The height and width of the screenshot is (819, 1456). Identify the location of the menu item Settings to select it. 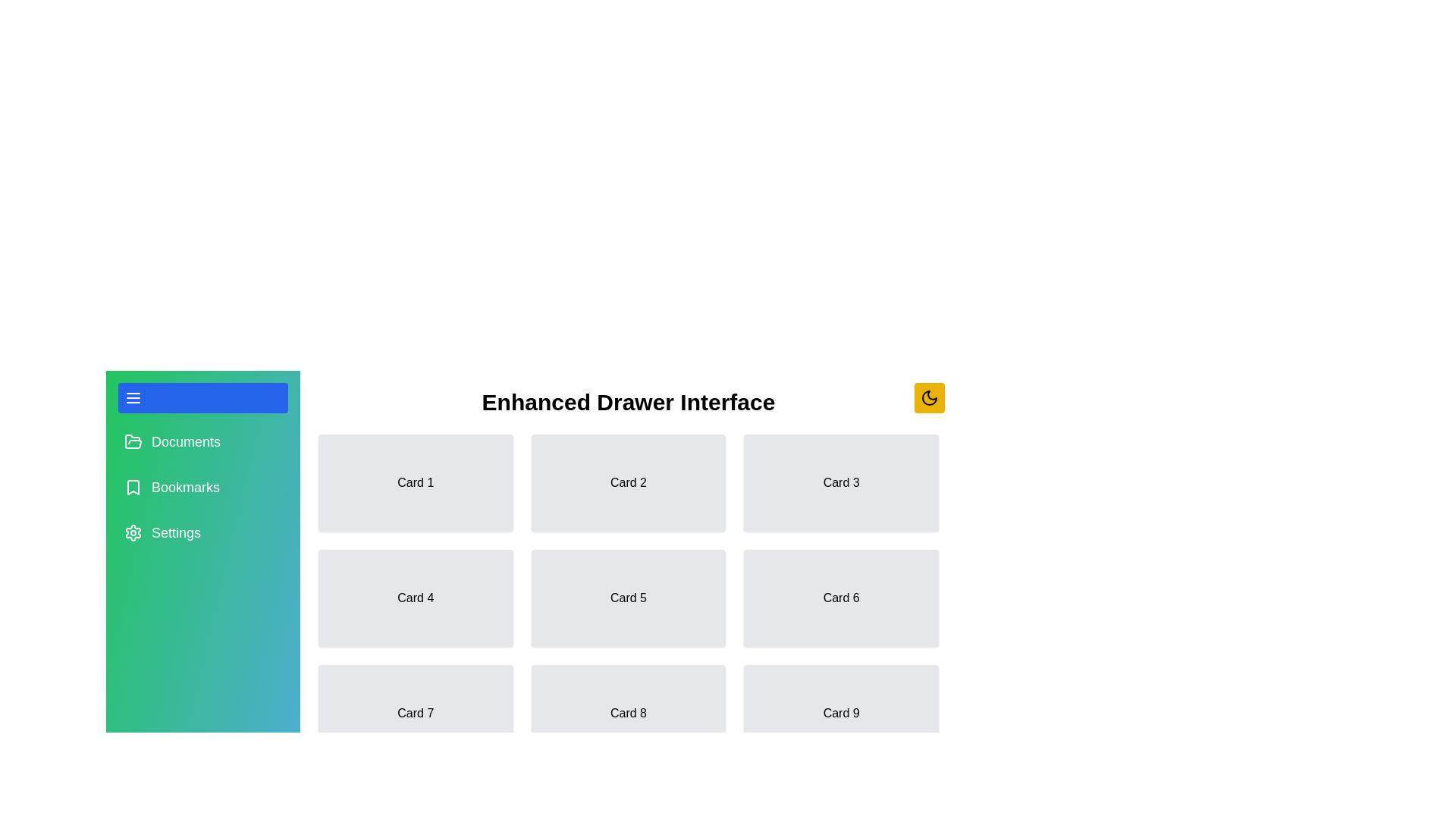
(202, 532).